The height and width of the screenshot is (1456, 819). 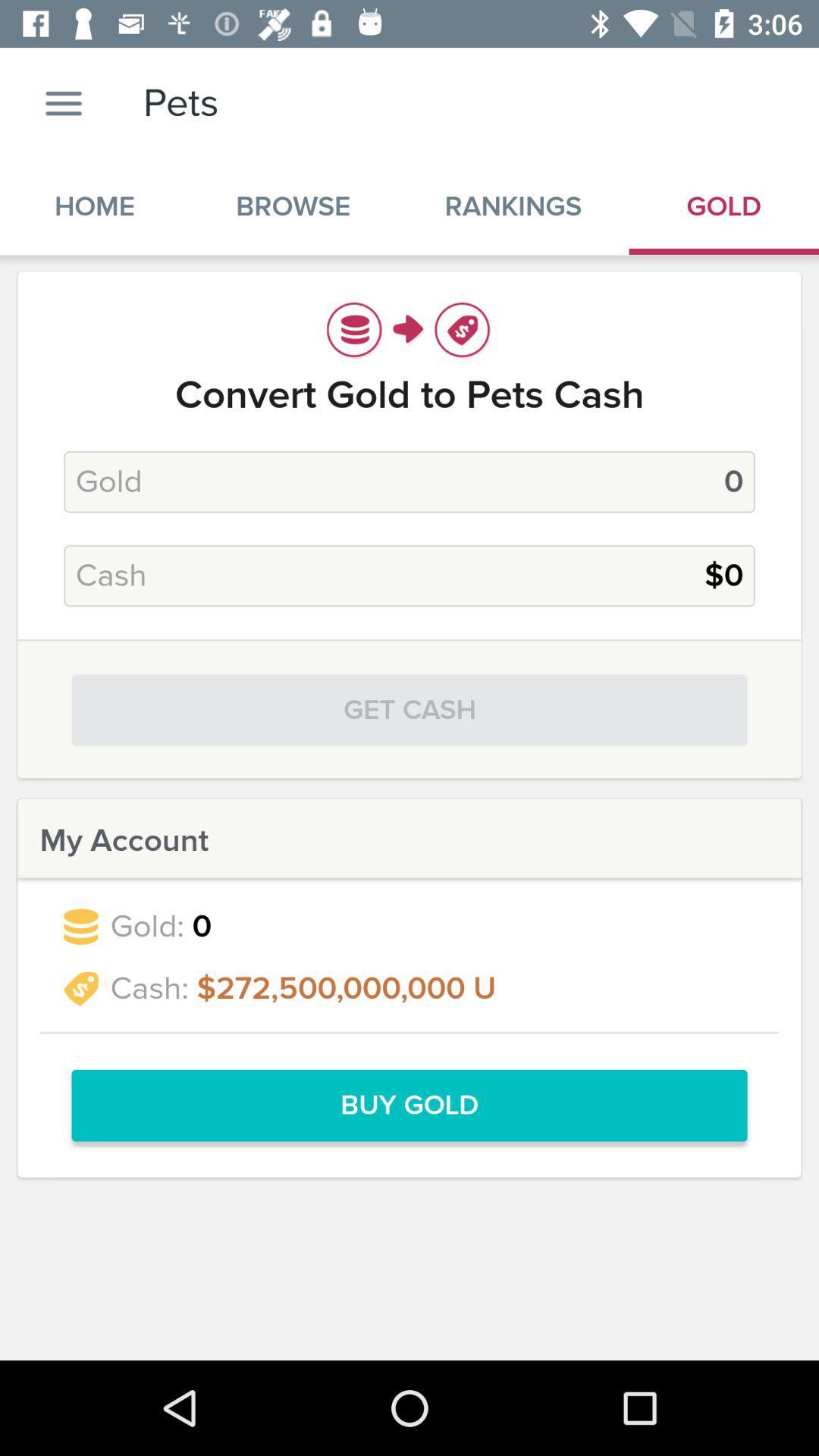 I want to click on buy gold item, so click(x=409, y=1106).